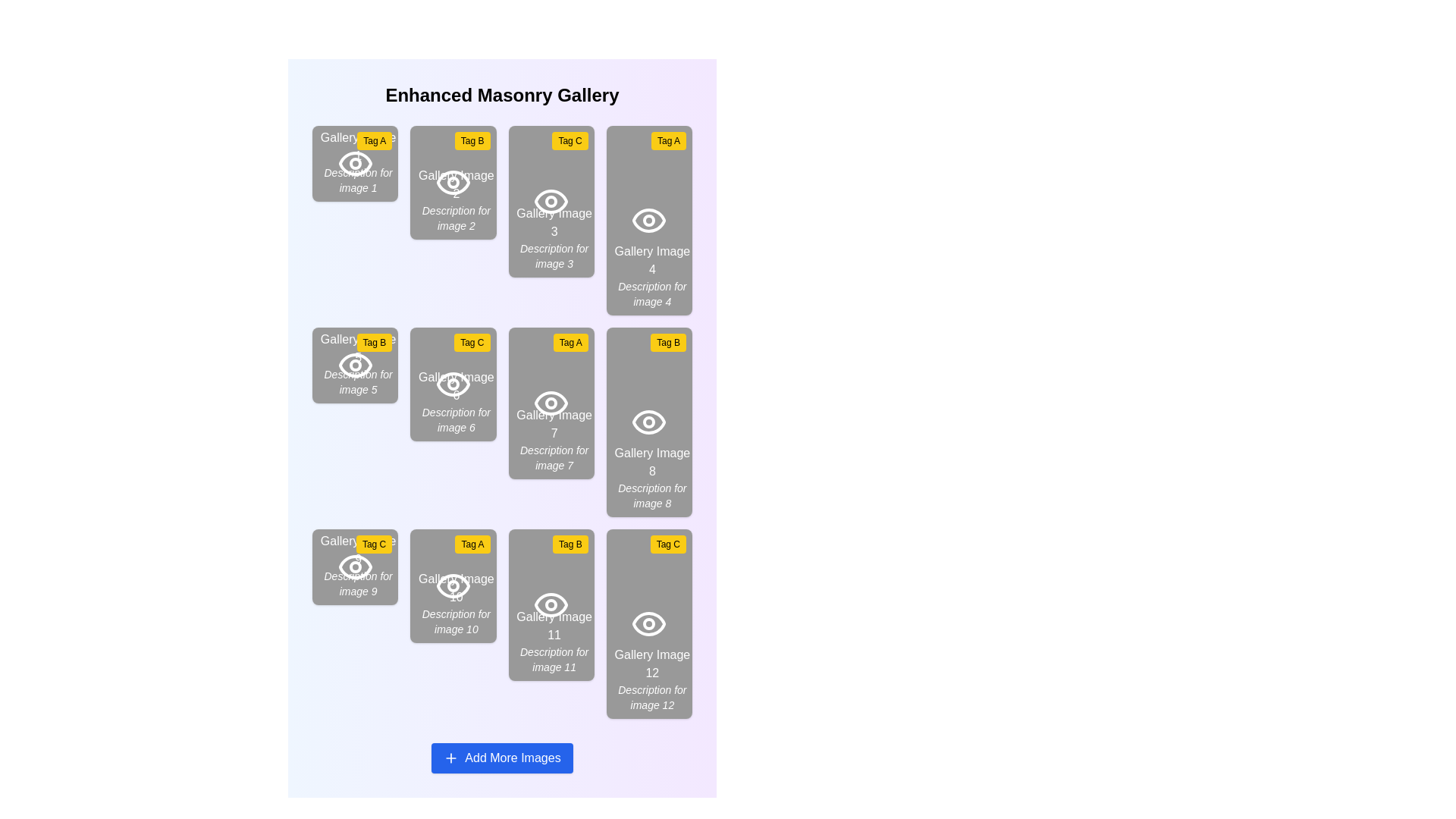 This screenshot has height=819, width=1456. I want to click on label text 'Gallery Image 12' displayed in white, medium font weight, positioned in the lower section of a card within a grid-like gallery layout, so click(652, 663).